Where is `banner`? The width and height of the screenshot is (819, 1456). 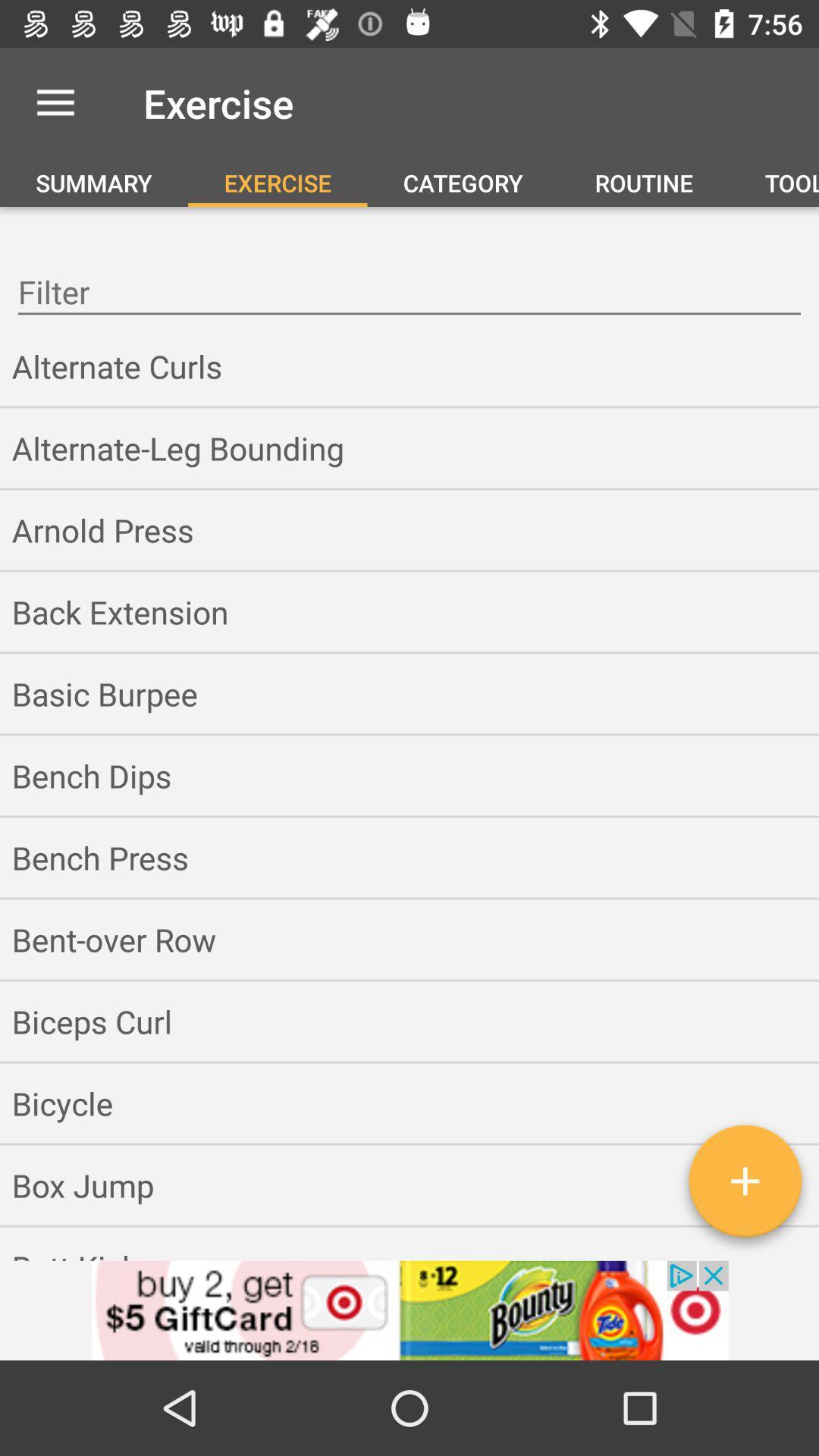
banner is located at coordinates (409, 1310).